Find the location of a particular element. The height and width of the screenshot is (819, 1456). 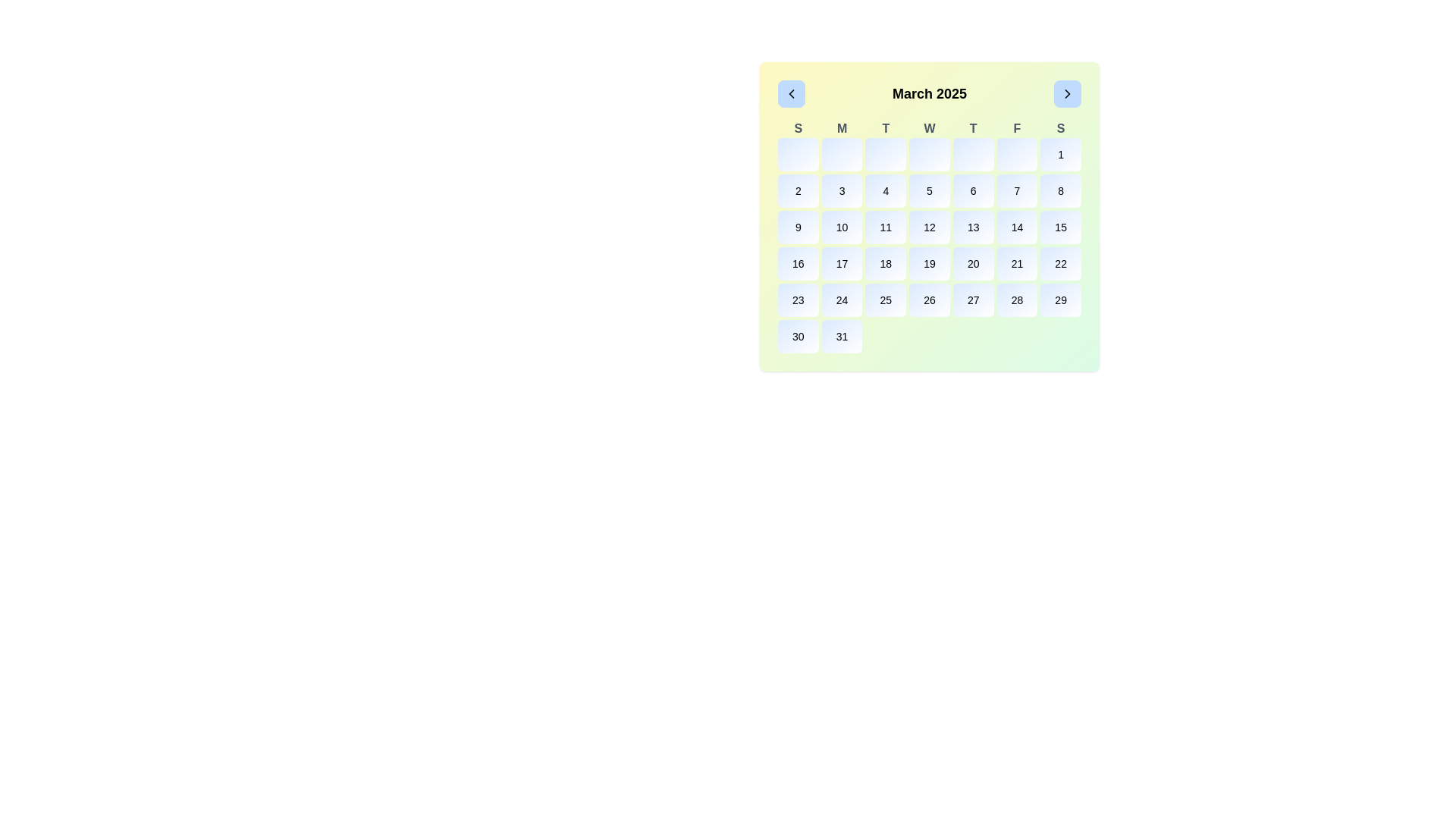

the static text label 'M' in the second column of the calendar's header, which is light gray and positioned between 'S' and 'T' is located at coordinates (841, 127).